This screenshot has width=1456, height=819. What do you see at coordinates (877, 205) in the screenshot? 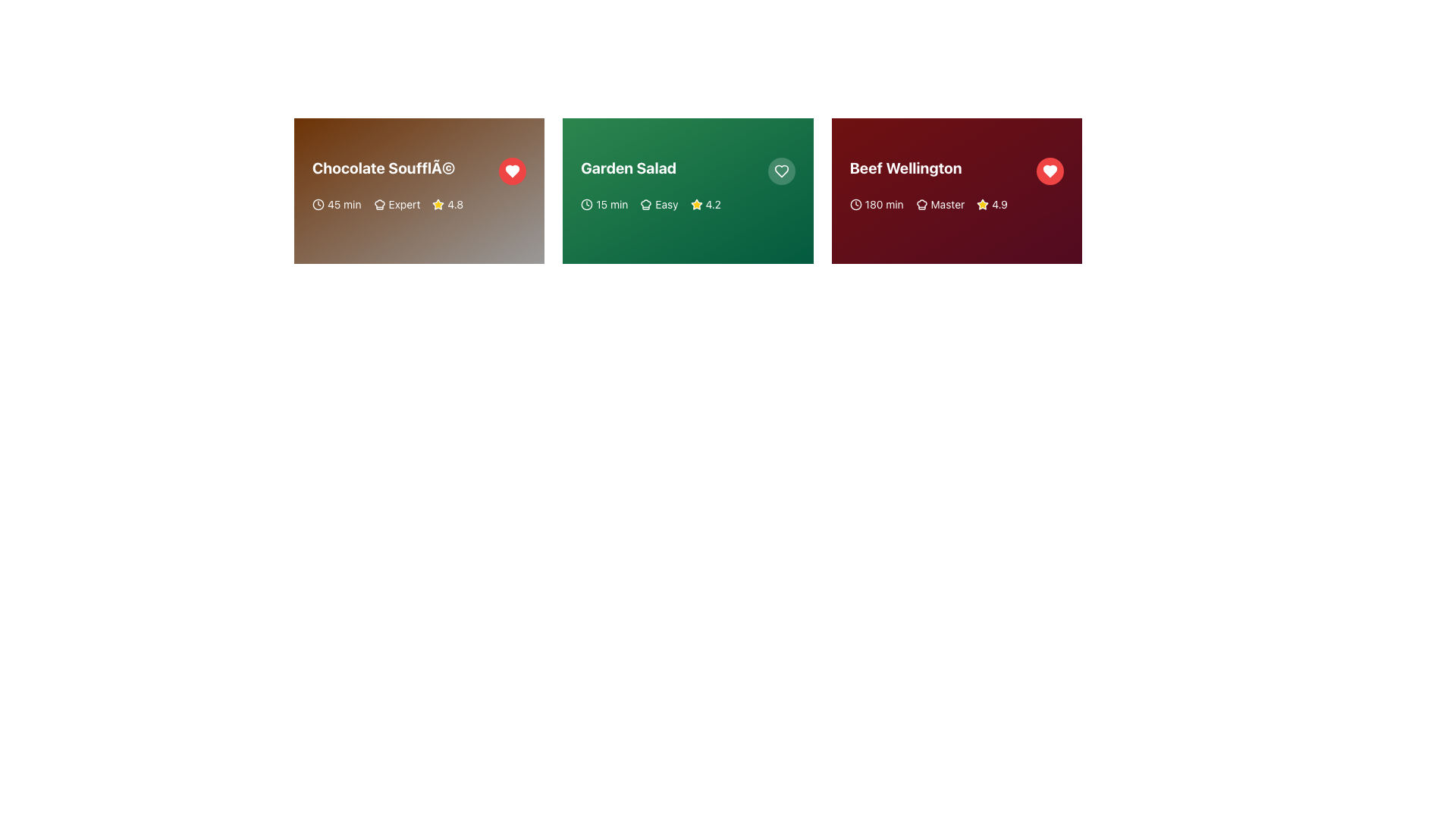
I see `the informational text element displaying '180 min' next to the clock icon, located in the bottom-left corner of the 'Beef Wellington' section` at bounding box center [877, 205].